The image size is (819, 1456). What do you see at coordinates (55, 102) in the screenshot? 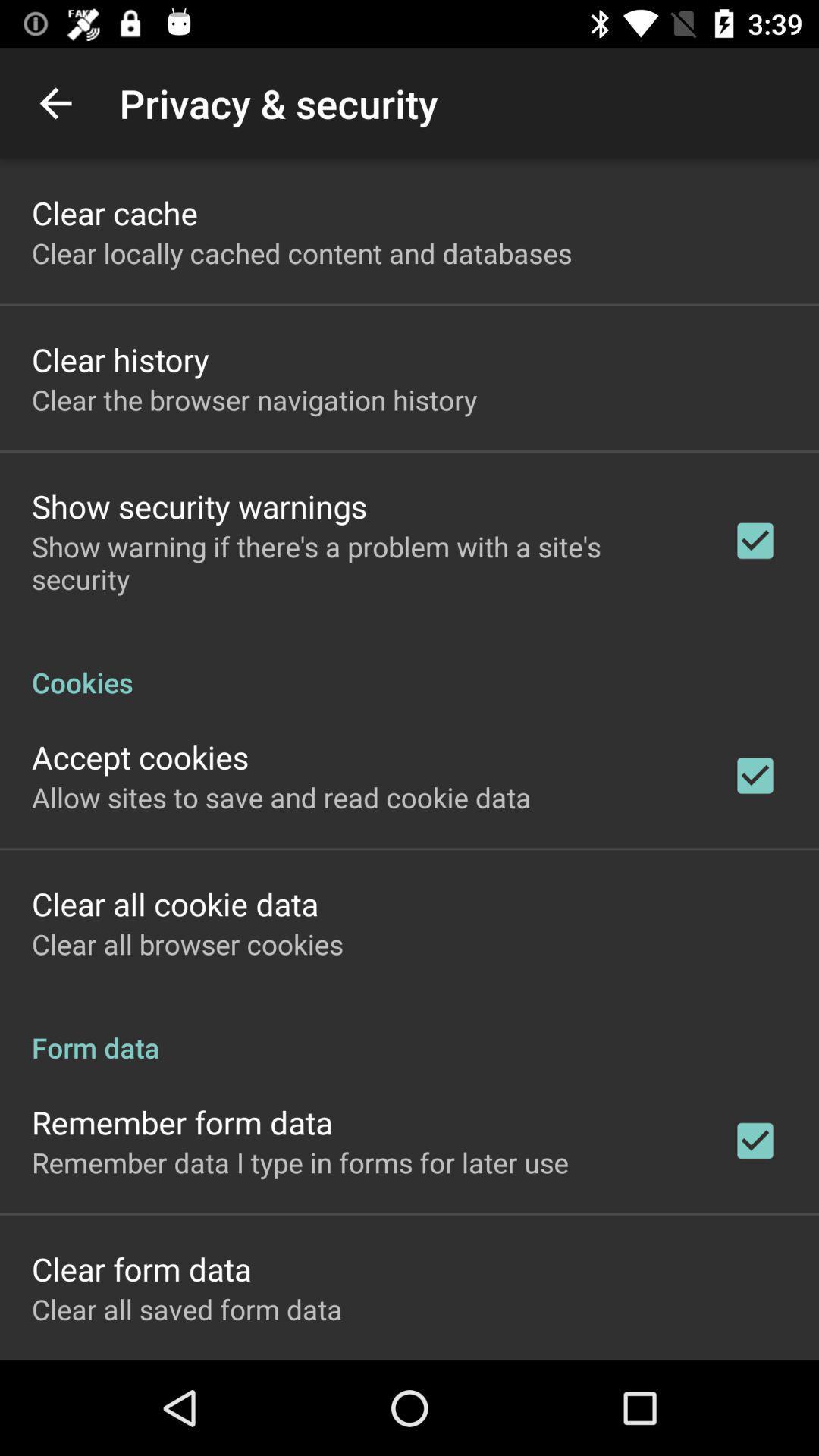
I see `icon above clear cache app` at bounding box center [55, 102].